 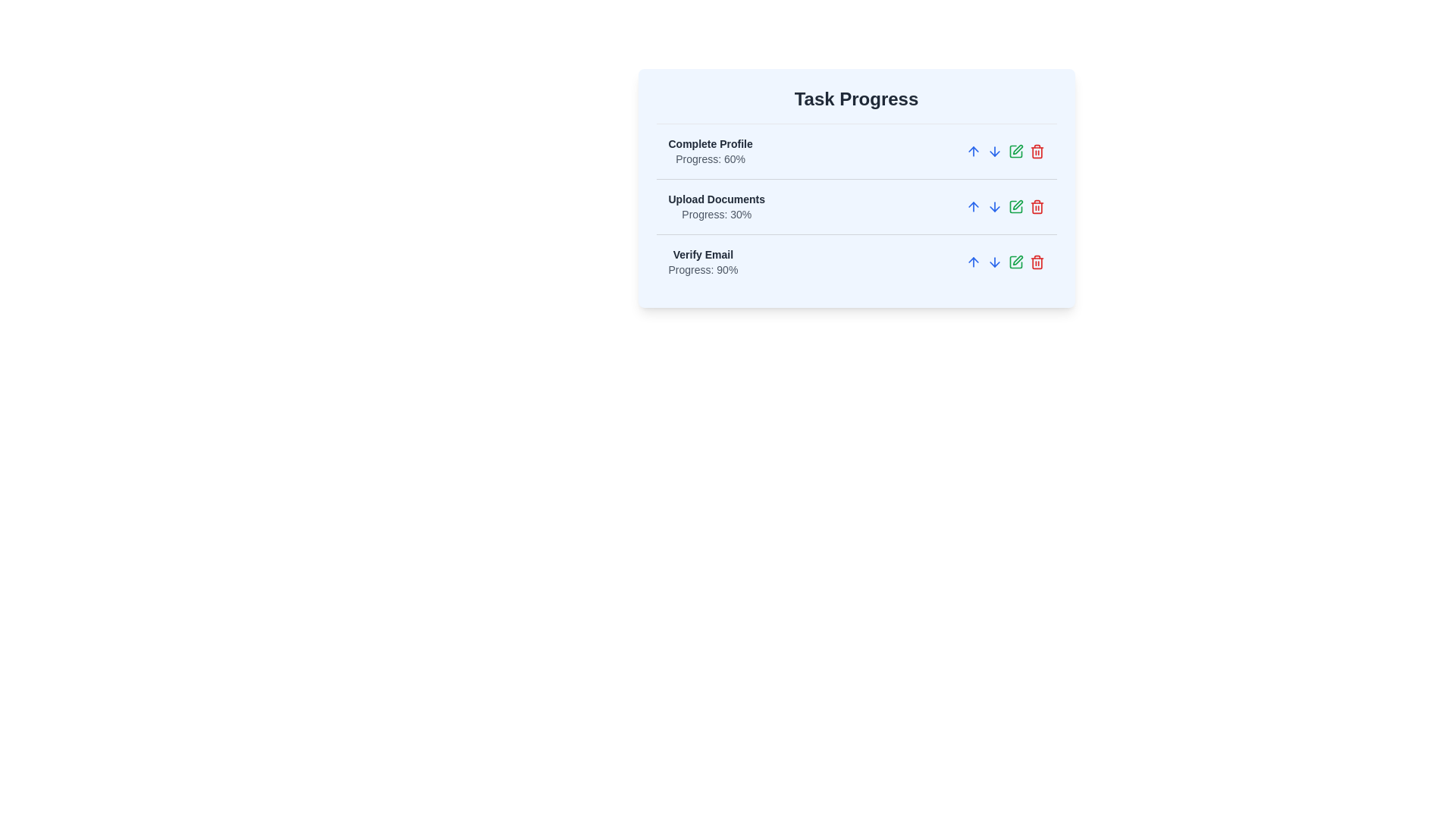 I want to click on the Edit icon button, which is the third interactive control in the action panel, located between the blue up and down arrows and the red delete icon, to initiate an editing action, so click(x=1015, y=152).